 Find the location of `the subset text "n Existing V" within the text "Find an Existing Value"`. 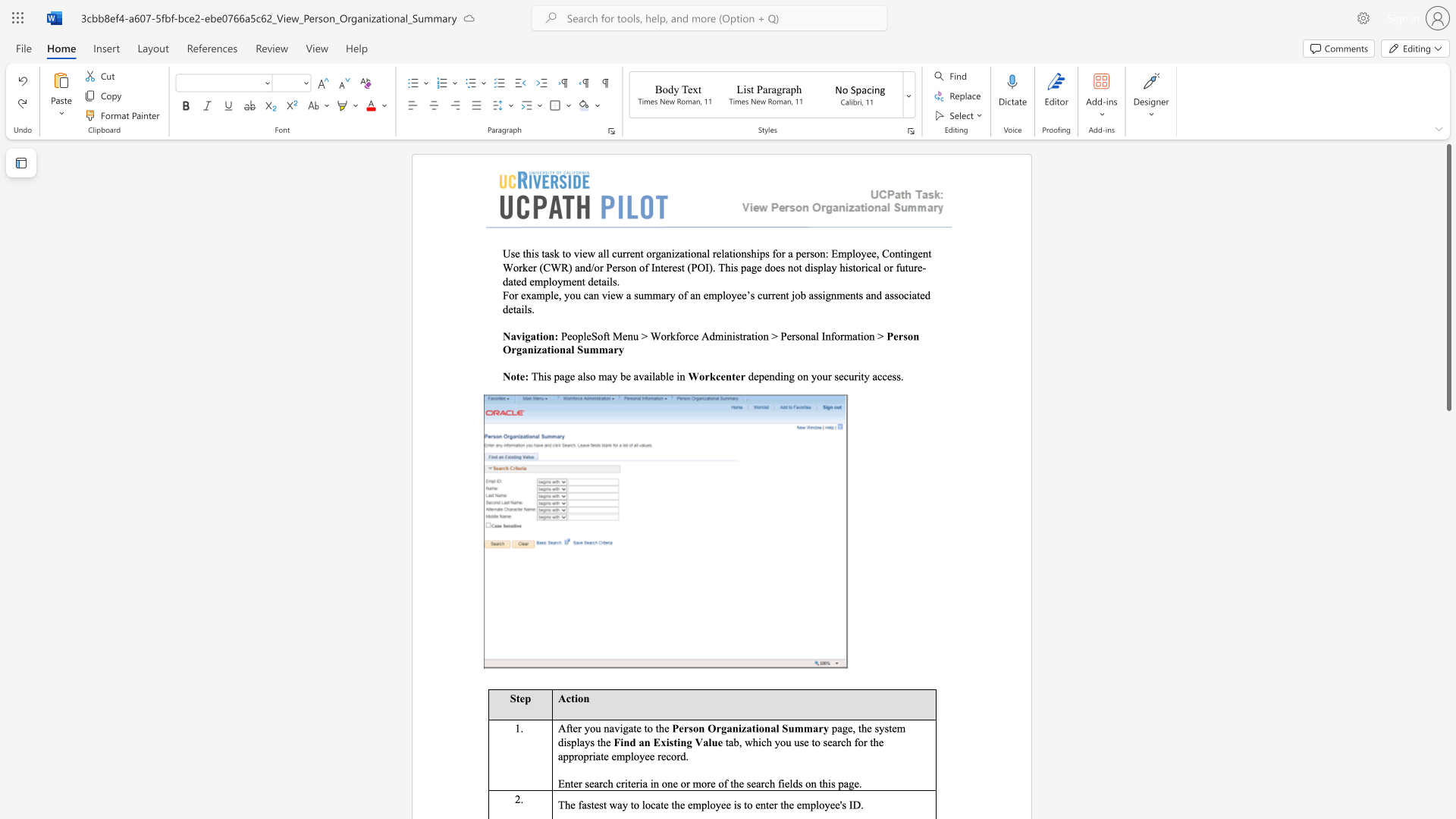

the subset text "n Existing V" within the text "Find an Existing Value" is located at coordinates (644, 741).